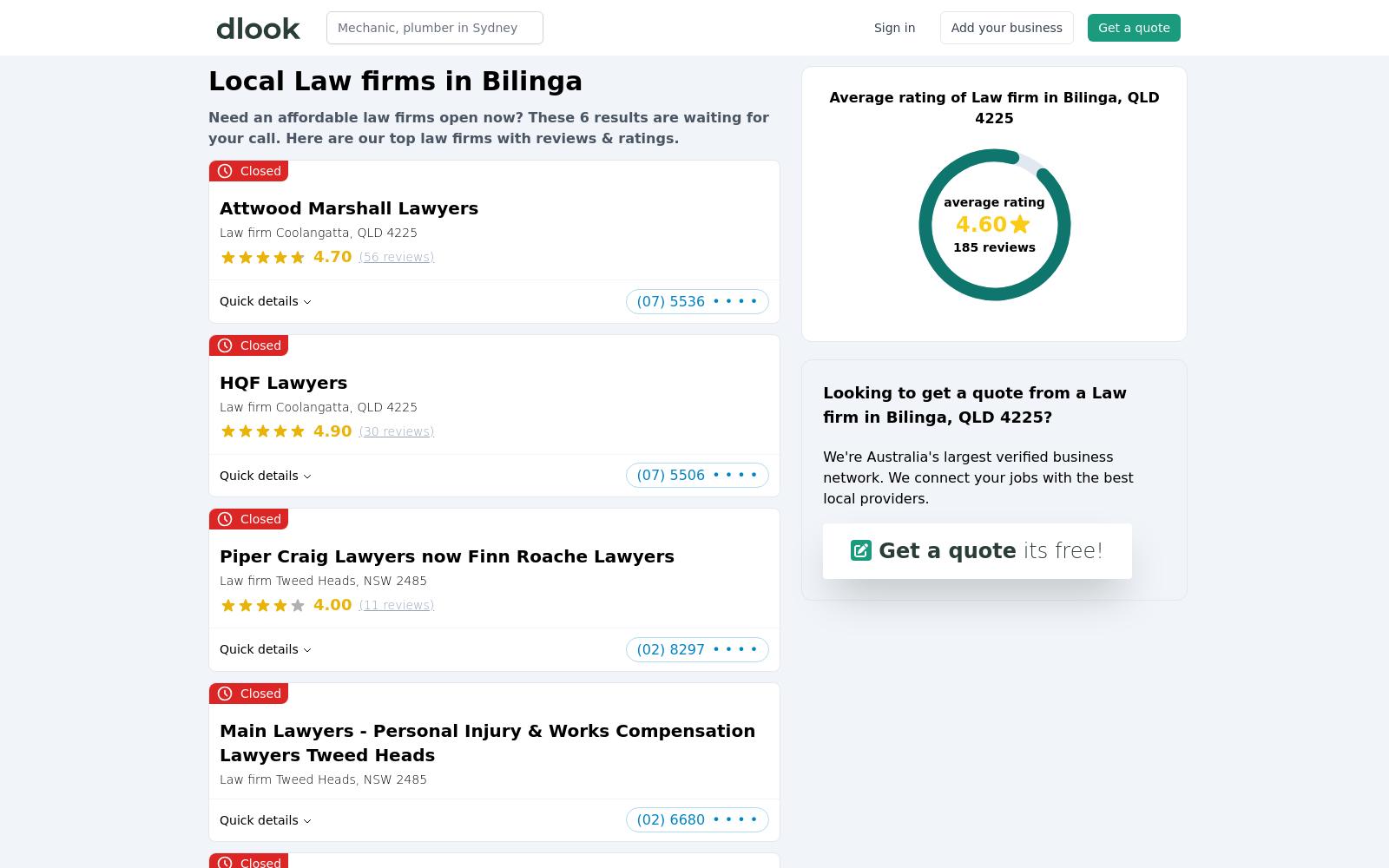 The height and width of the screenshot is (868, 1389). I want to click on 'We're Australia's largest verified business network. We connect your jobs with the best local providers.', so click(978, 477).